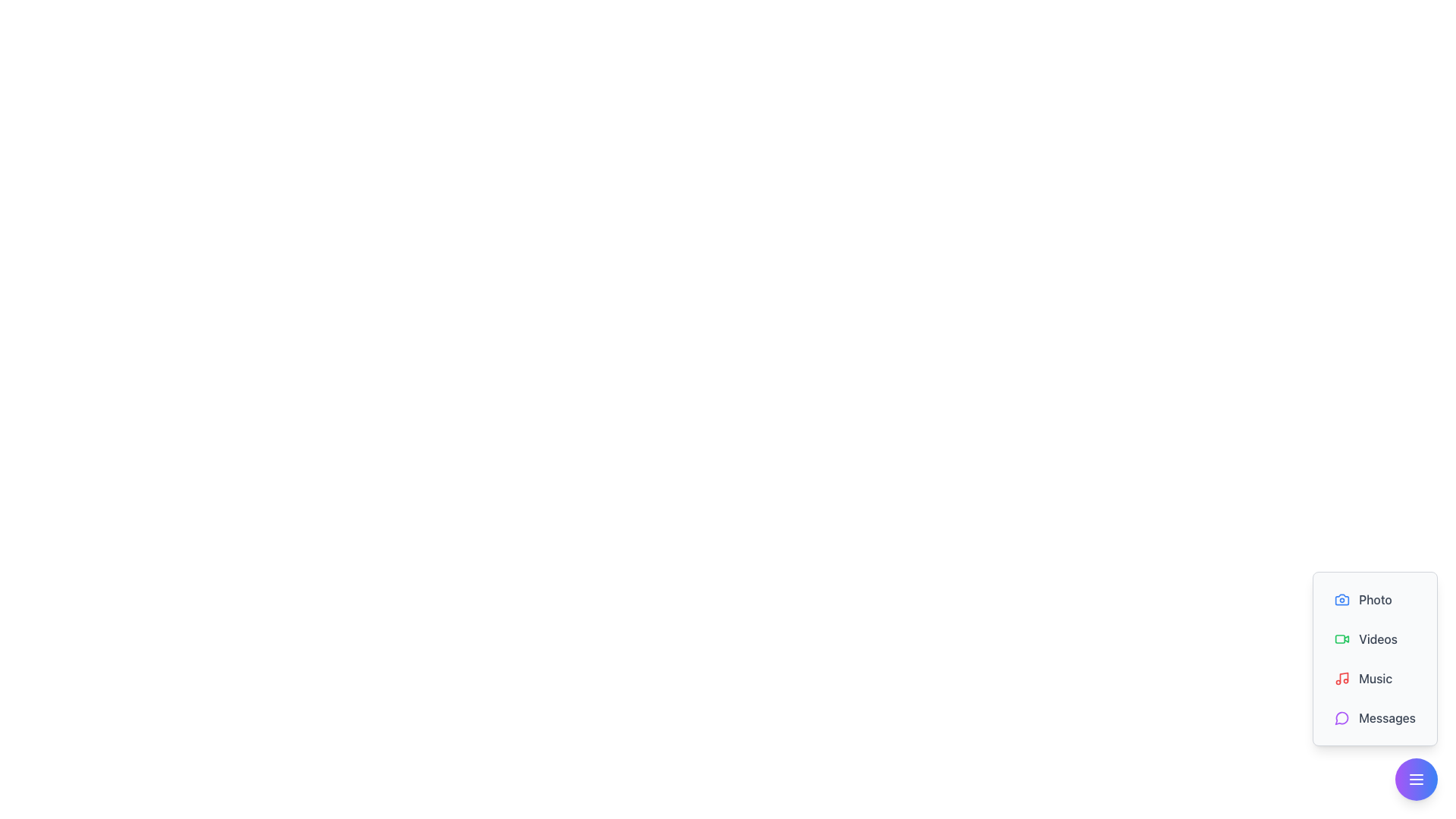 Image resolution: width=1456 pixels, height=819 pixels. I want to click on the circular button with a gradient fill transitioning from purple to blue, featuring three horizontal white lines, so click(1415, 780).